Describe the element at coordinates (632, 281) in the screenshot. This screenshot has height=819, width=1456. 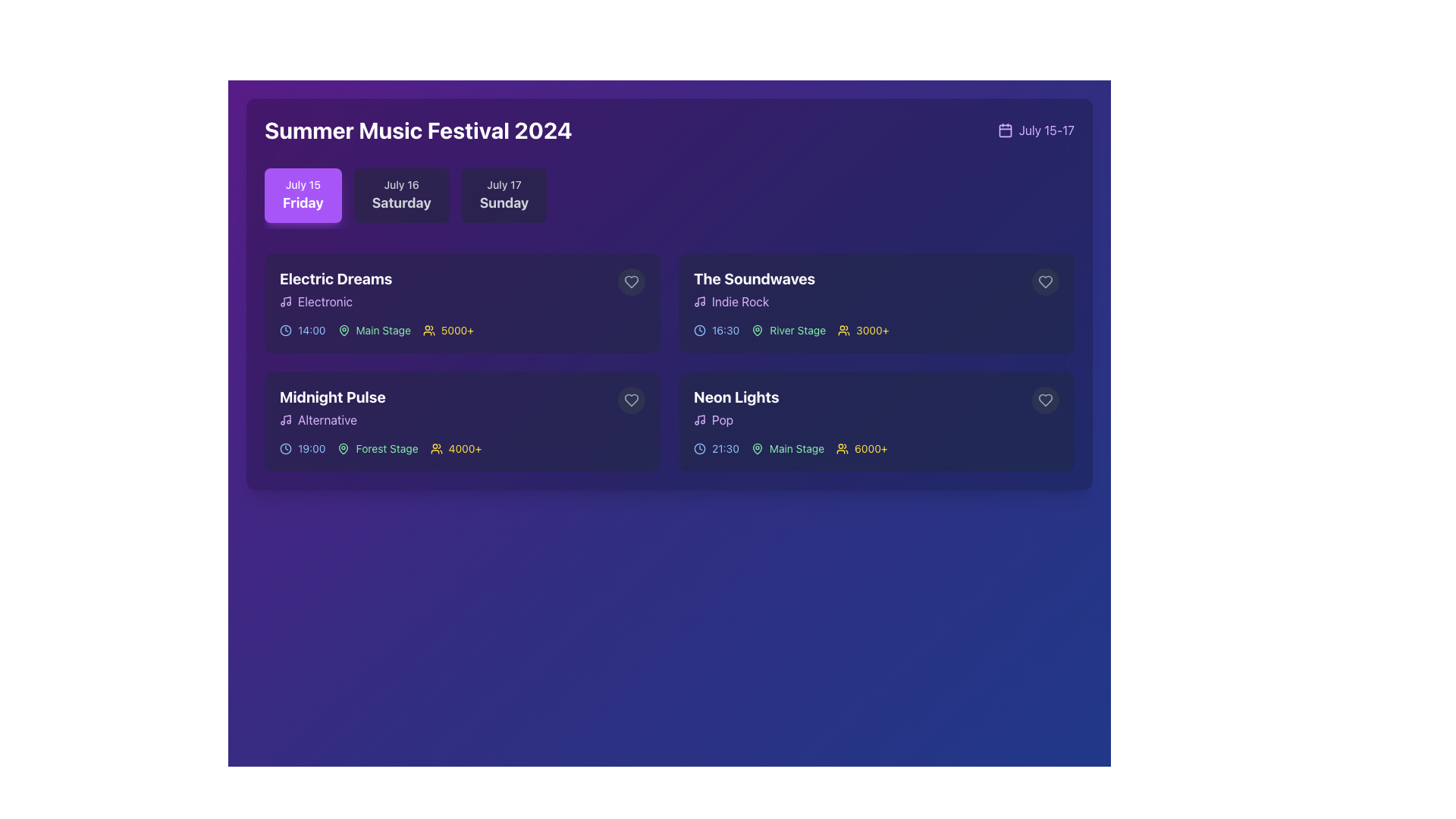
I see `the heart-shaped 'favorite' button located in the top-right corner of the first event card for 'Electric Dreams'` at that location.